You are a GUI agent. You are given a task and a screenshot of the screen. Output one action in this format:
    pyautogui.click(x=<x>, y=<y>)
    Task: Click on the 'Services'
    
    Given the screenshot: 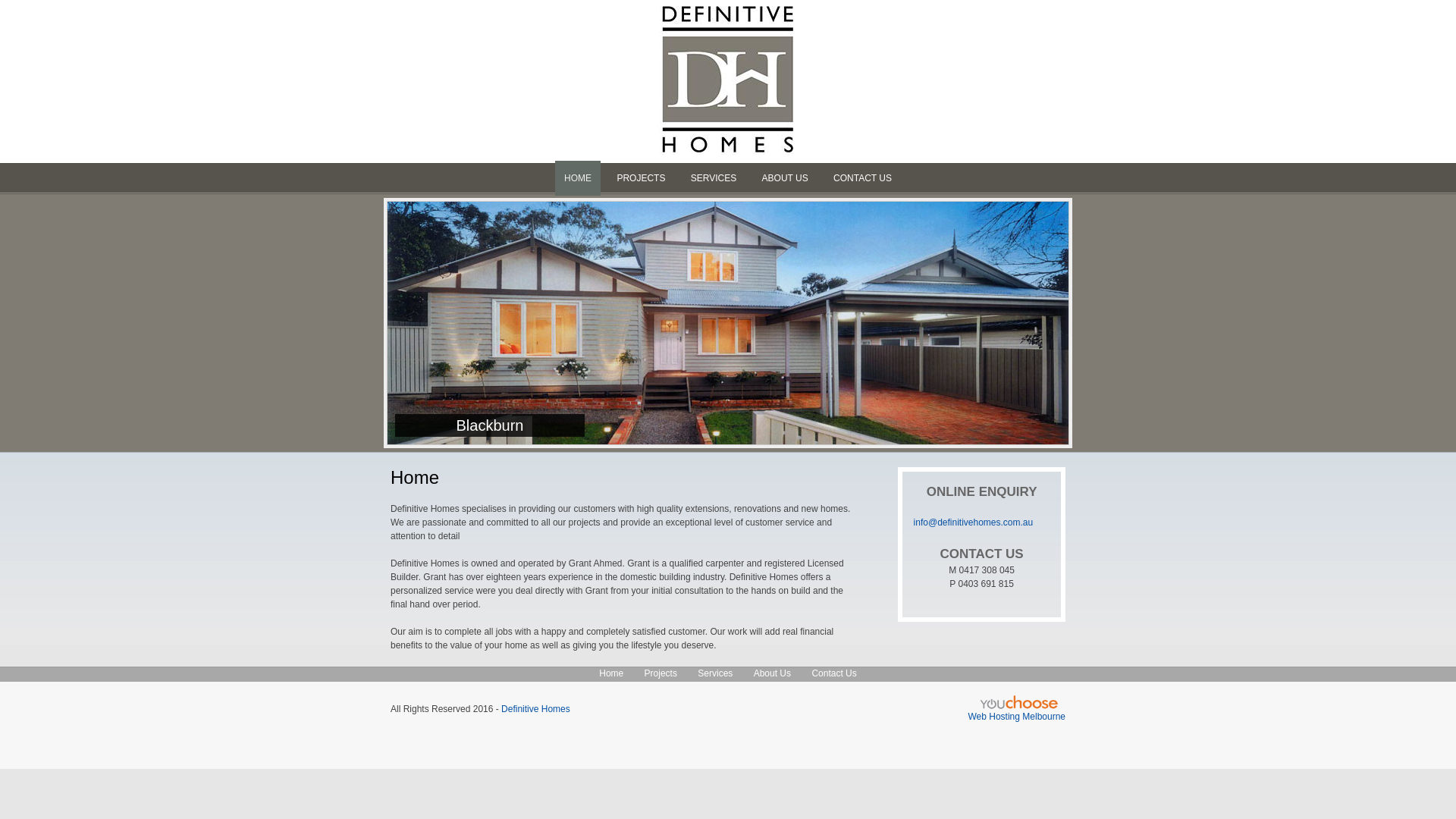 What is the action you would take?
    pyautogui.click(x=697, y=672)
    